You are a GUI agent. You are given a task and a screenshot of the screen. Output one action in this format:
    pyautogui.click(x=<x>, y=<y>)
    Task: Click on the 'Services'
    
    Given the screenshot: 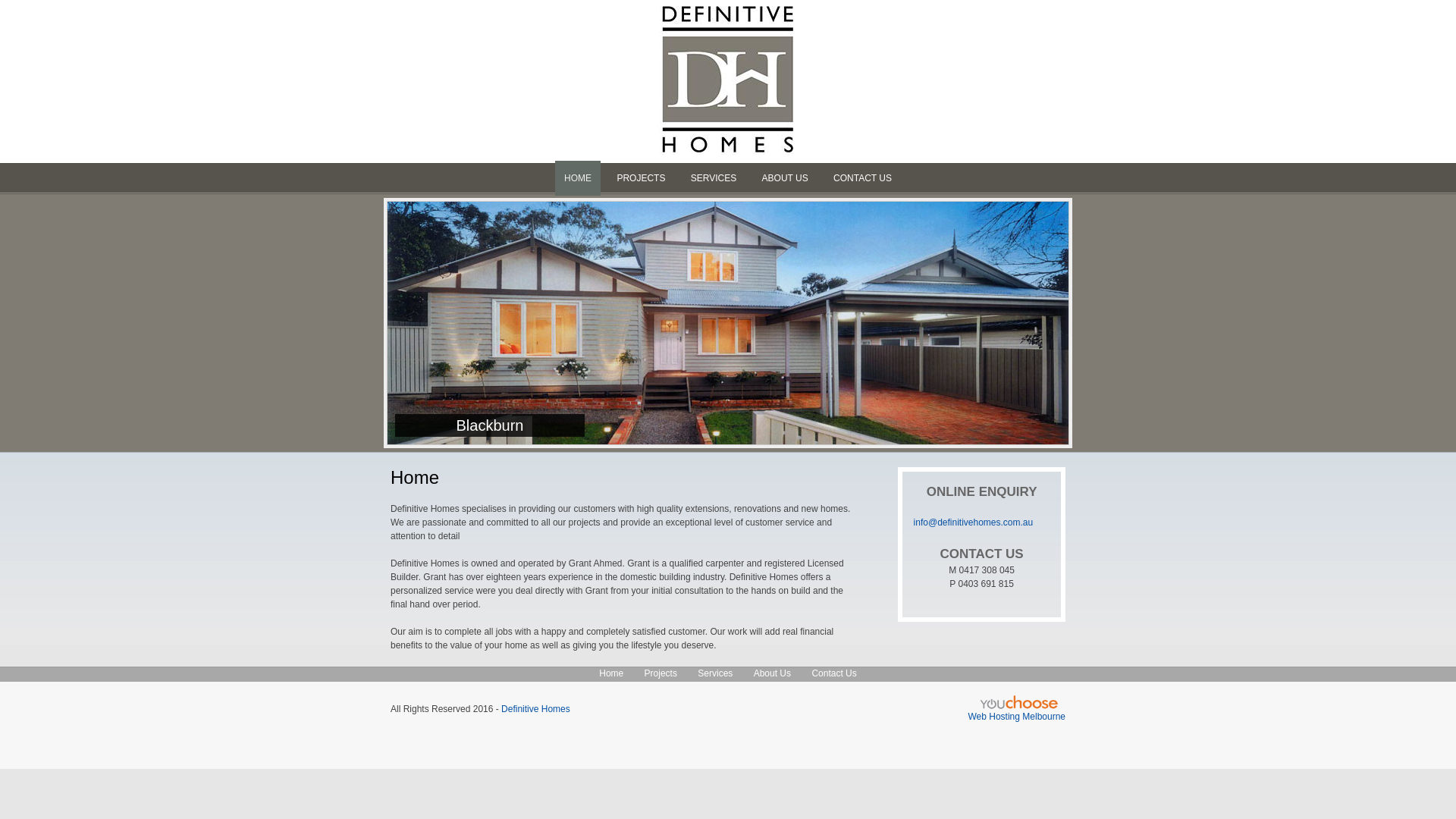 What is the action you would take?
    pyautogui.click(x=697, y=672)
    